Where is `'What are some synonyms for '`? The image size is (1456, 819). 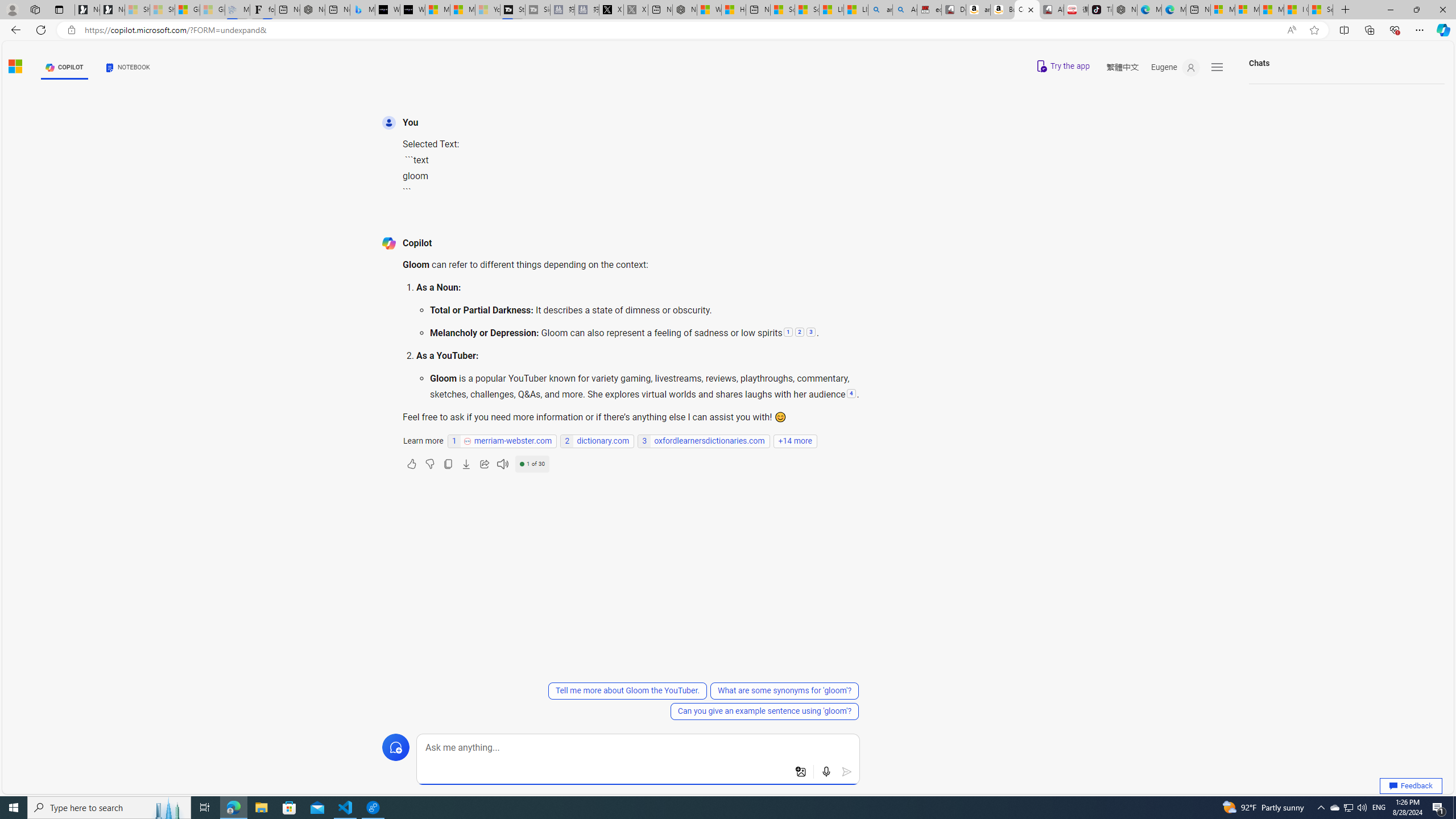
'What are some synonyms for ' is located at coordinates (783, 690).